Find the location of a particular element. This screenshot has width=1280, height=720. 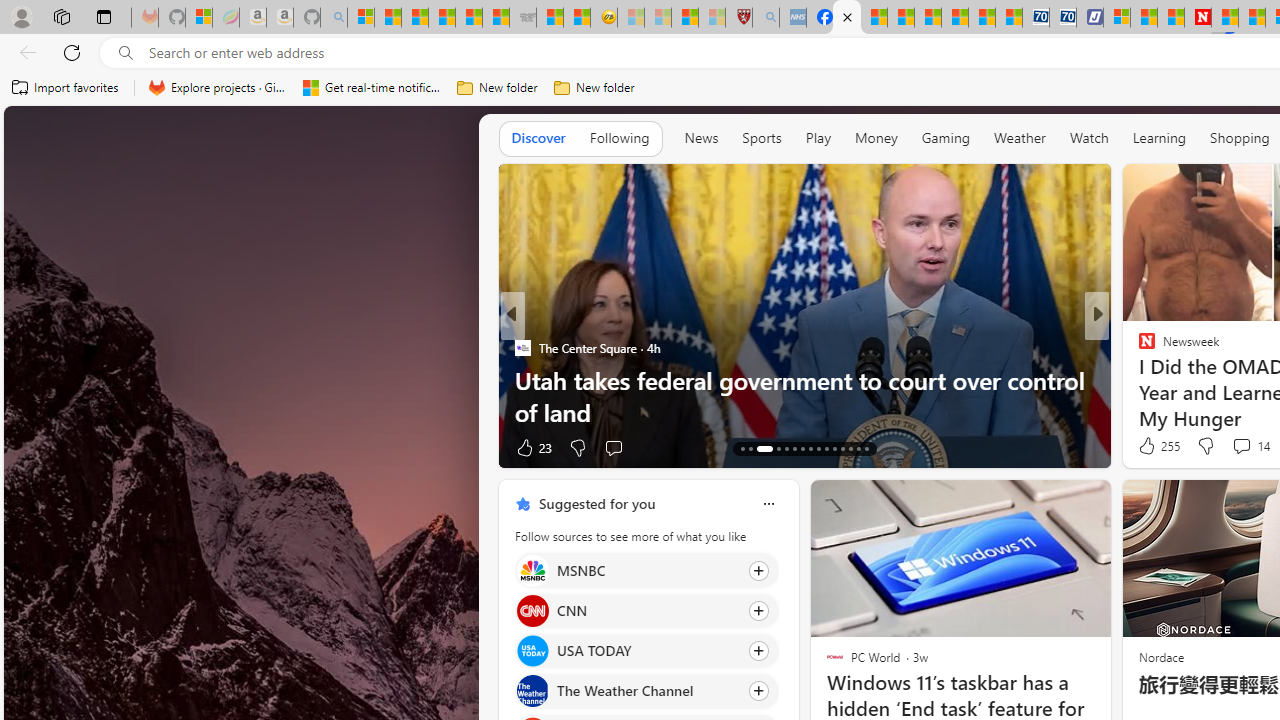

'AutomationID: tab-66' is located at coordinates (742, 447).